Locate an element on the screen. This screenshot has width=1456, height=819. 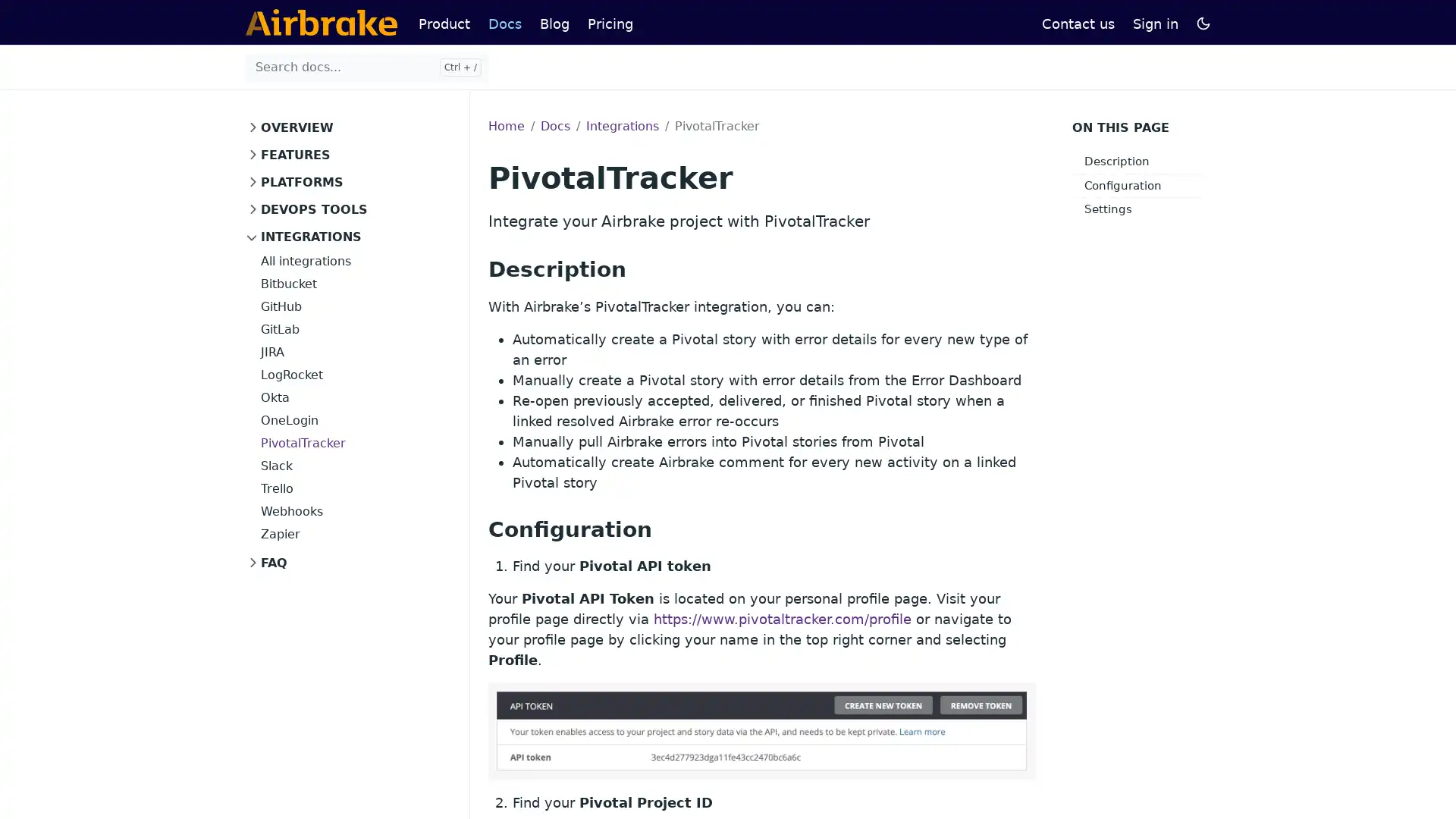
Toggle user interface mode is located at coordinates (1203, 22).